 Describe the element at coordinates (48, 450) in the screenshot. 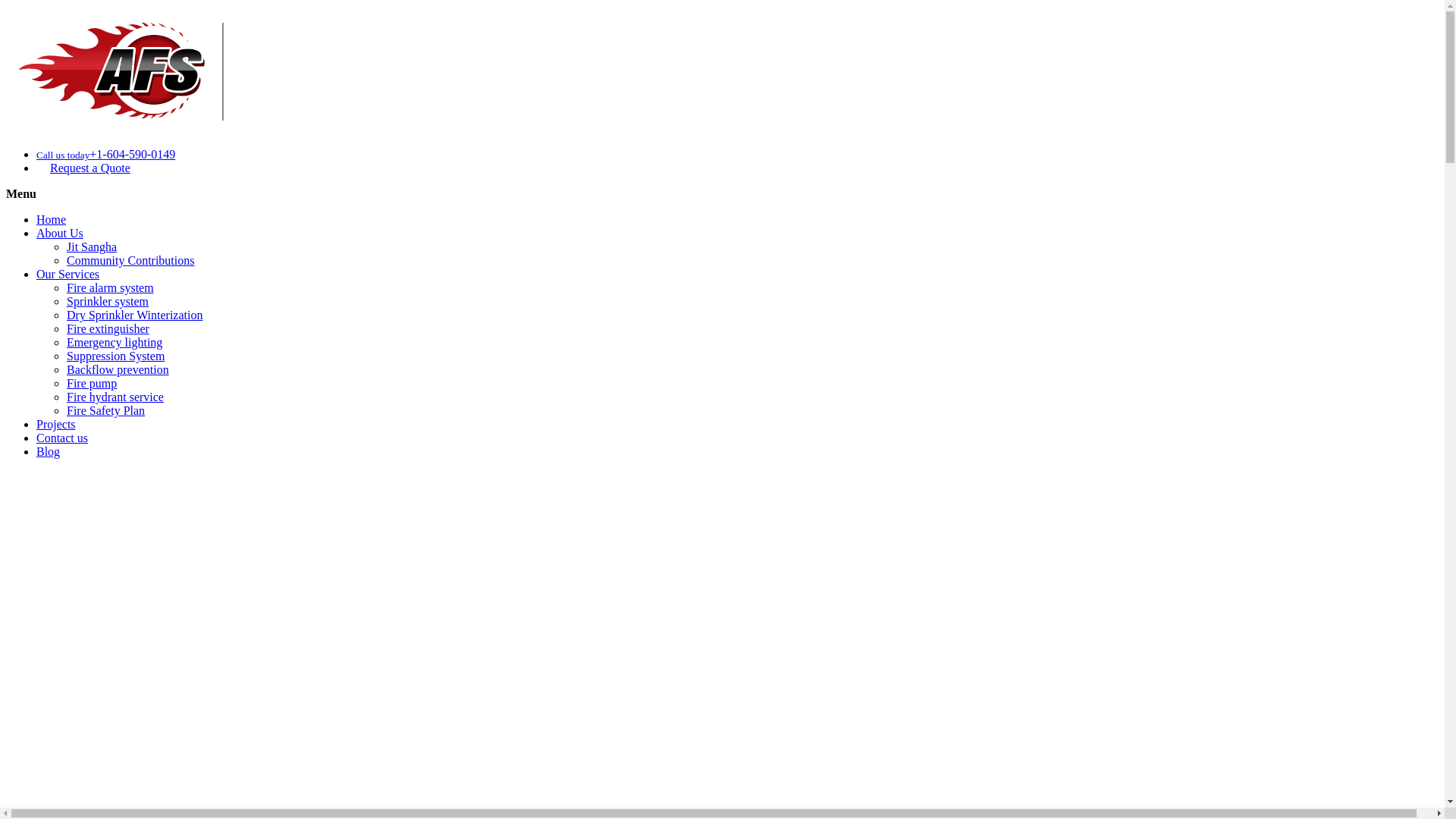

I see `'Blog'` at that location.